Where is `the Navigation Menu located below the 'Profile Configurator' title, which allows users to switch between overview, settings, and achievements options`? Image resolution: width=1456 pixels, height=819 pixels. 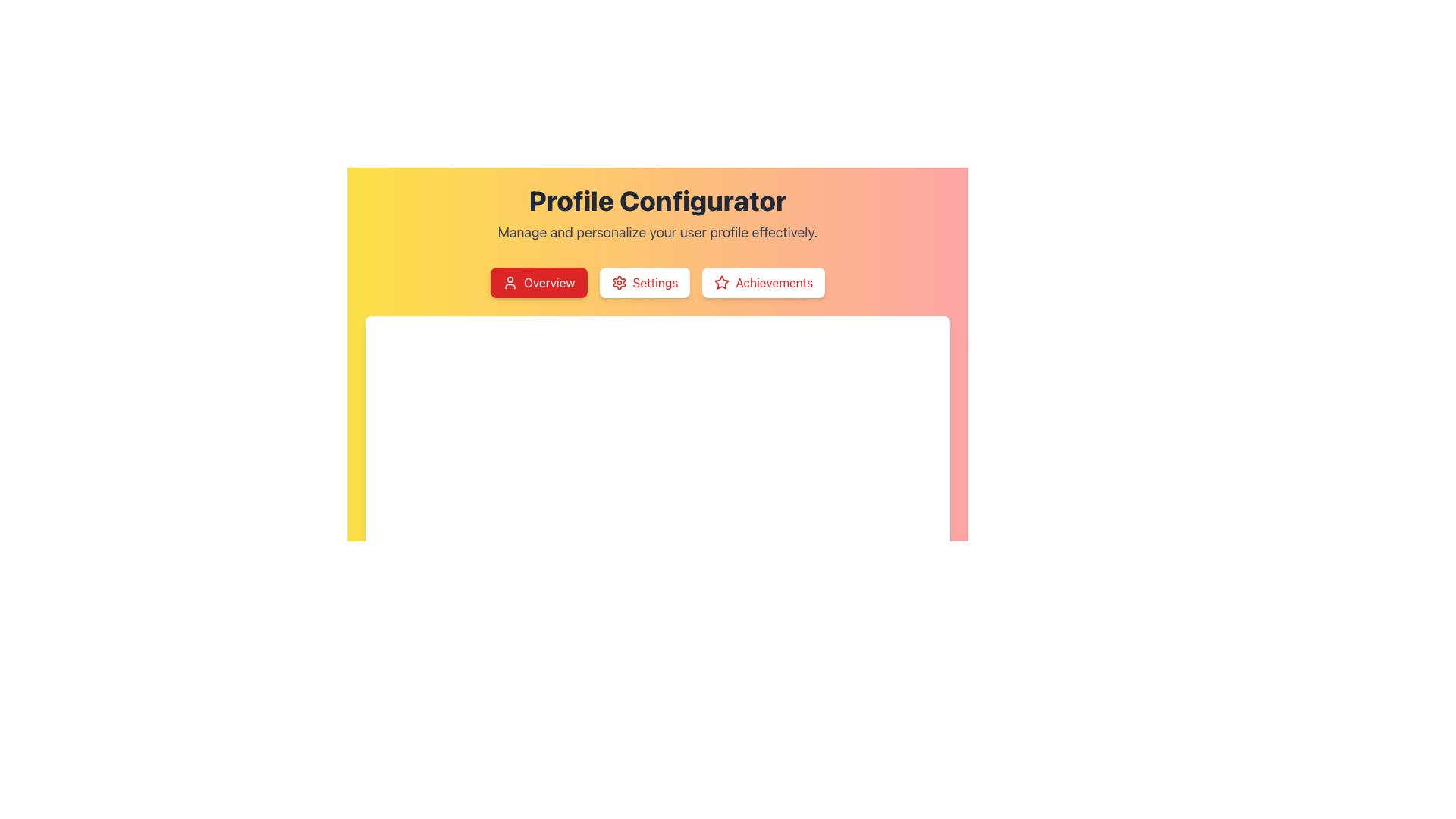 the Navigation Menu located below the 'Profile Configurator' title, which allows users to switch between overview, settings, and achievements options is located at coordinates (657, 283).